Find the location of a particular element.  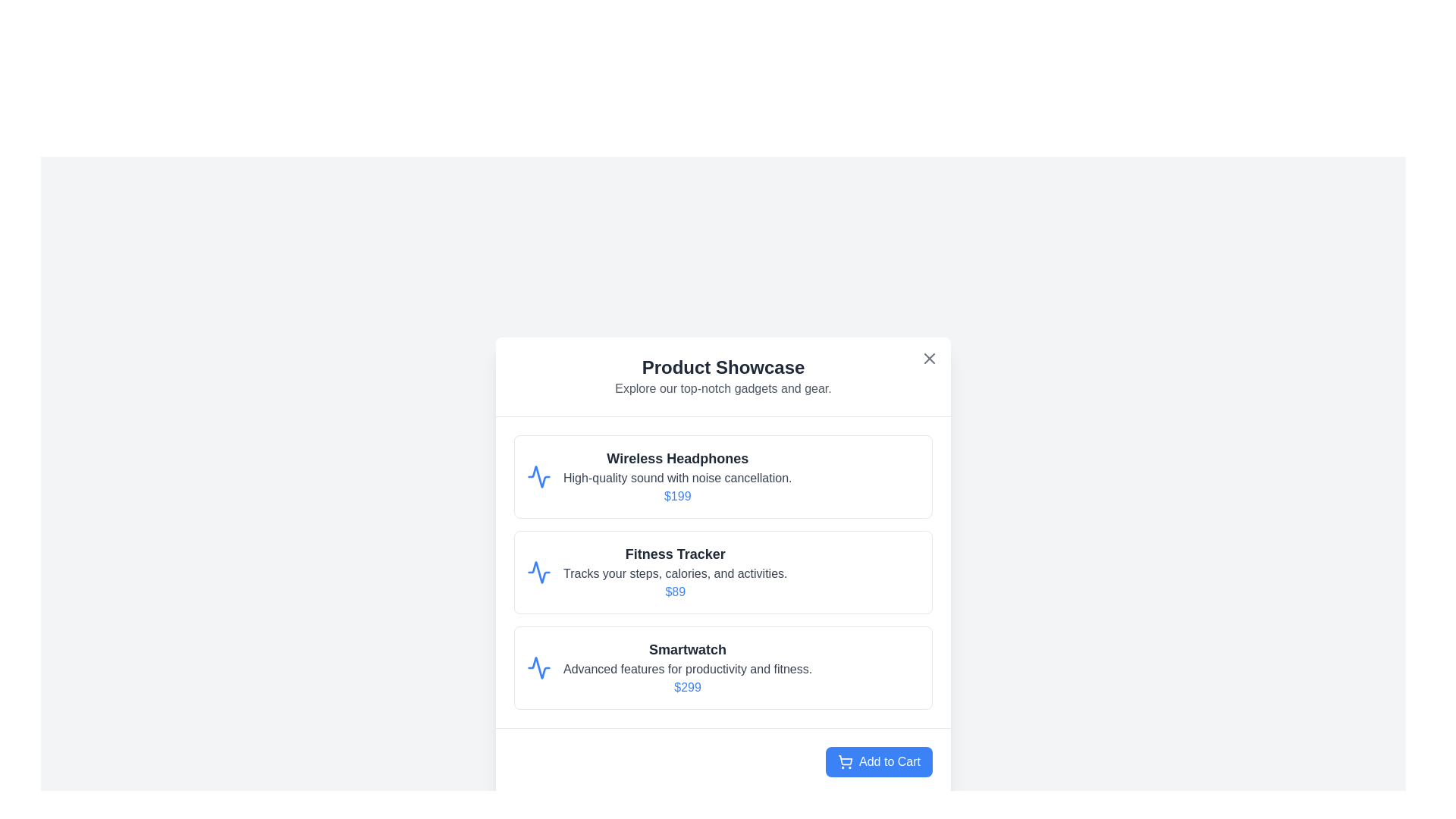

the shopping cart icon within the blue 'Add to Cart' button located in the bottom right corner of the dialog box is located at coordinates (845, 760).